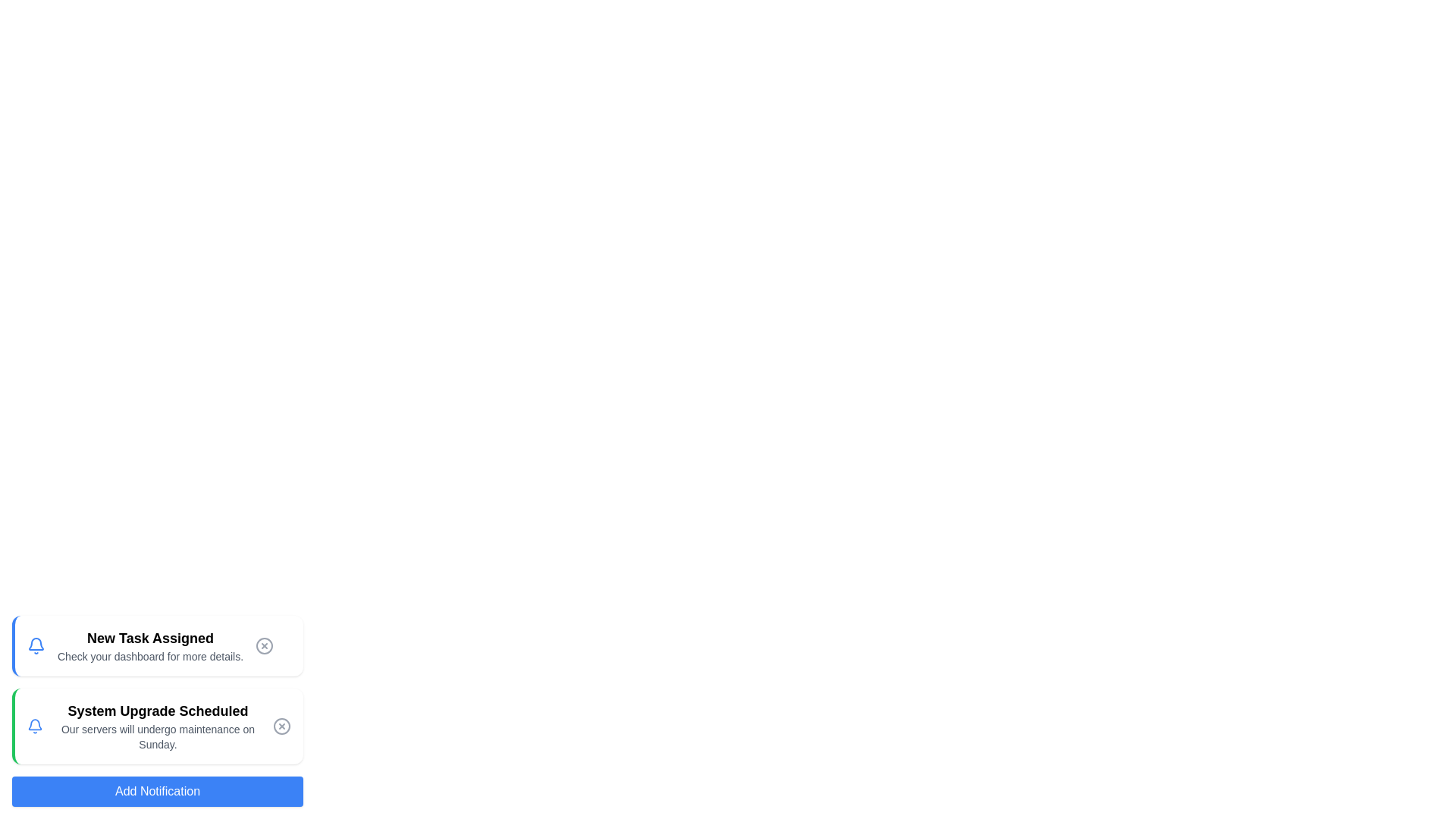  What do you see at coordinates (265, 646) in the screenshot?
I see `close button of the notification titled 'New Task Assigned' to remove it` at bounding box center [265, 646].